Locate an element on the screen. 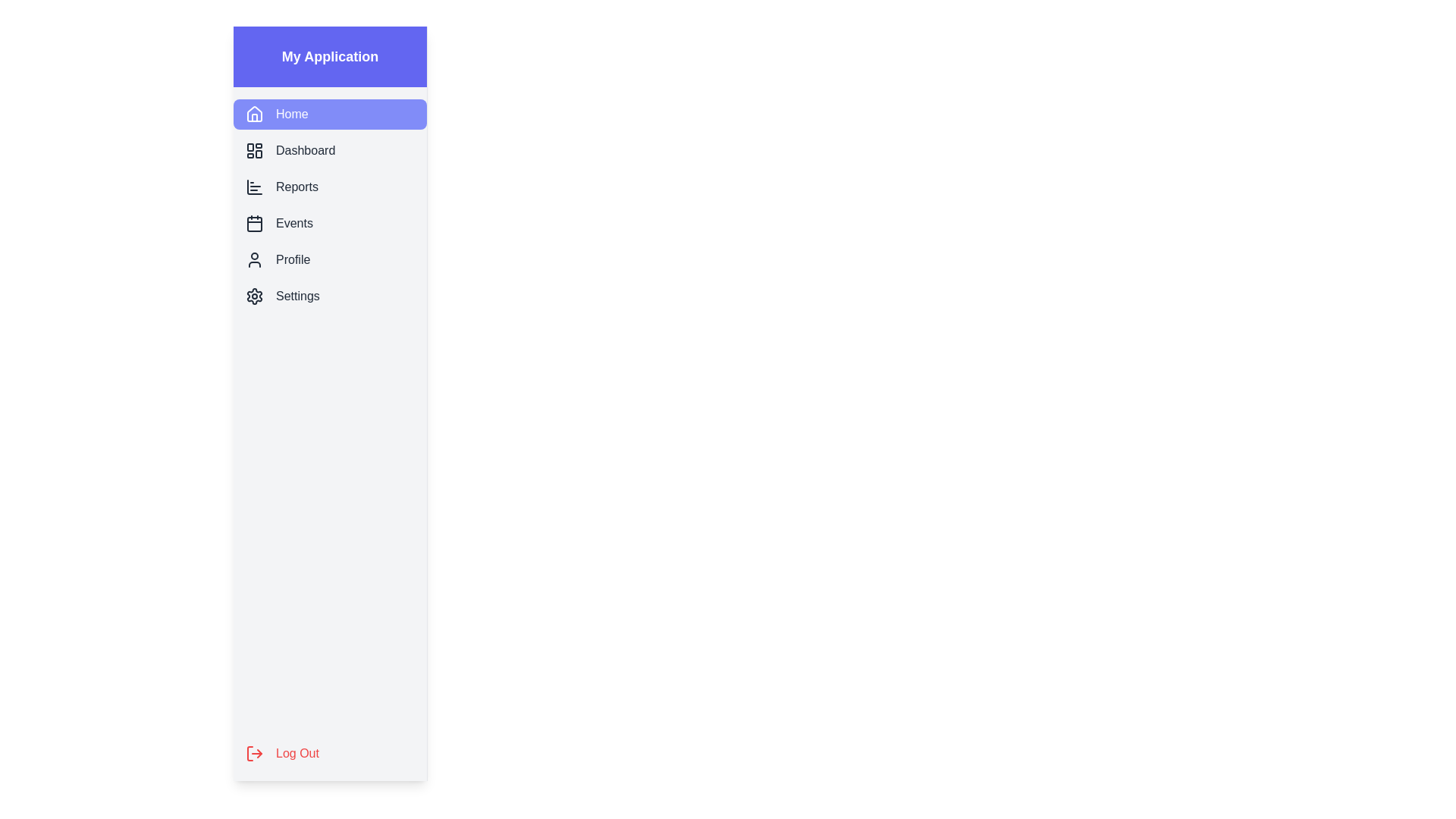 The image size is (1456, 819). the 'Log Out' icon located at the bottom-left of the vertical sidebar menu, which visually indicates the 'Log Out' action is located at coordinates (255, 754).